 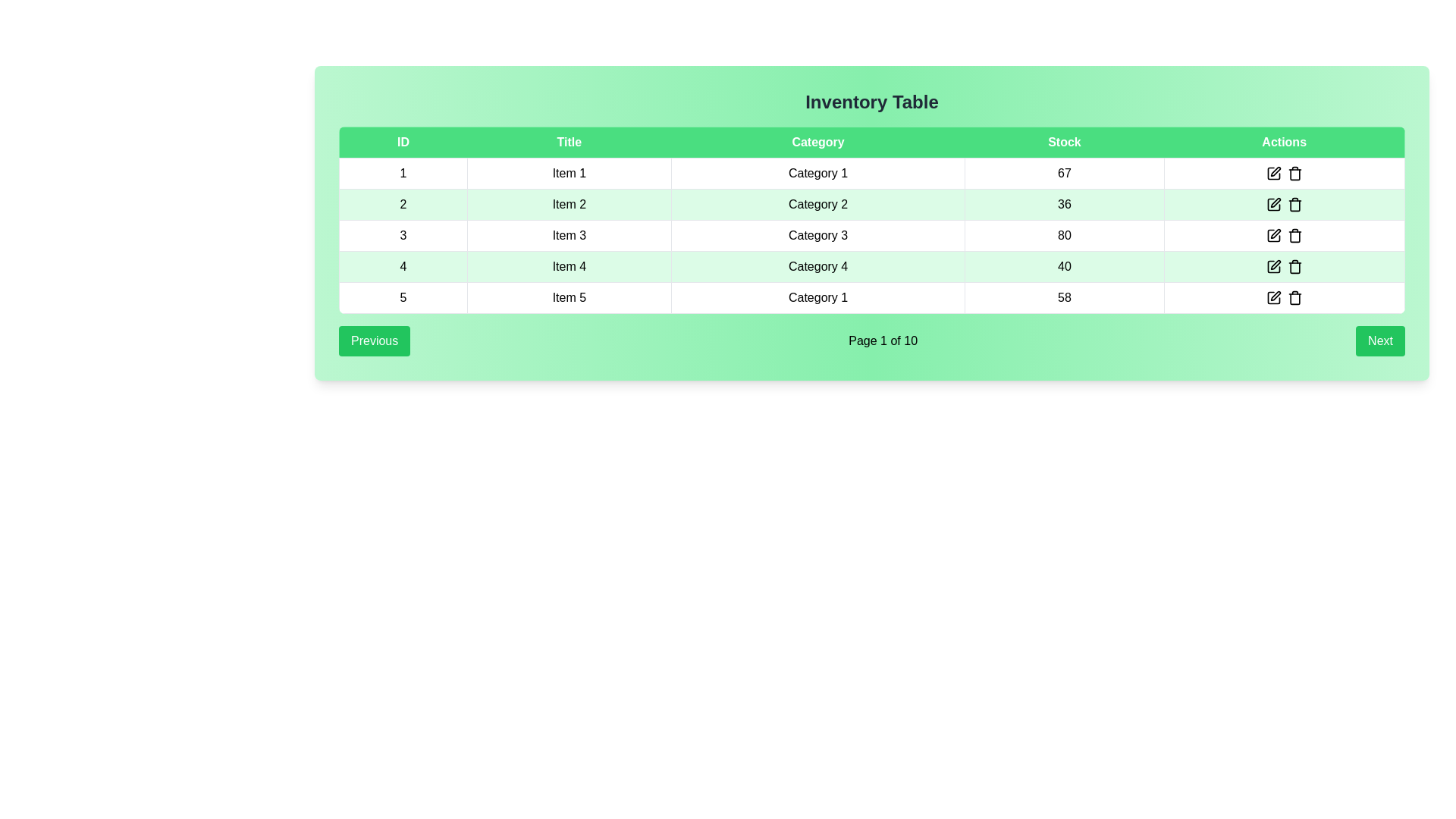 I want to click on the Text Display Cell that contains the number '40', styled with a bordered layout and centered alignment, located in the fourth row under the 'Stock' column, so click(x=1063, y=265).